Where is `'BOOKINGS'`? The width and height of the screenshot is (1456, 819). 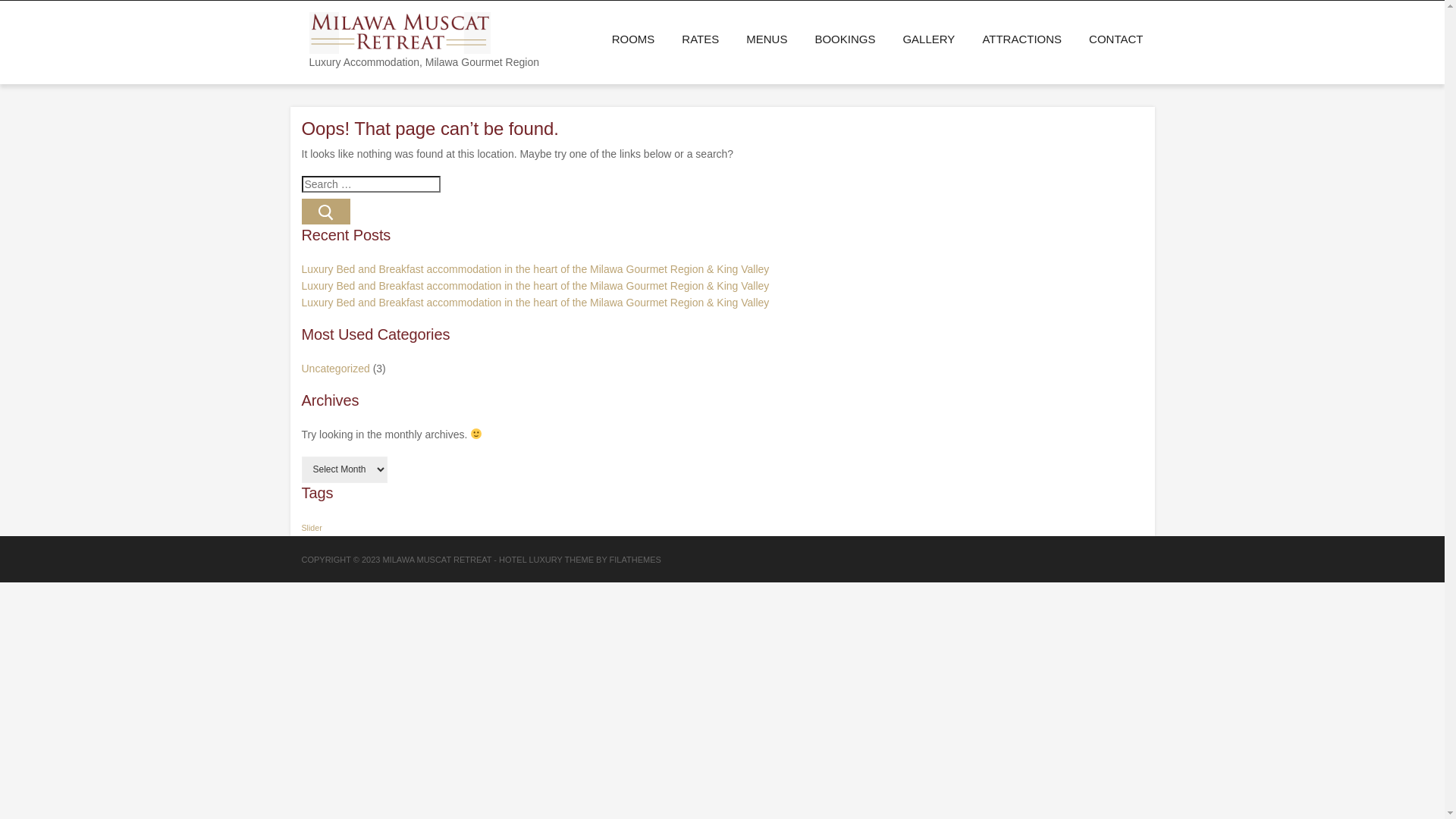
'BOOKINGS' is located at coordinates (843, 38).